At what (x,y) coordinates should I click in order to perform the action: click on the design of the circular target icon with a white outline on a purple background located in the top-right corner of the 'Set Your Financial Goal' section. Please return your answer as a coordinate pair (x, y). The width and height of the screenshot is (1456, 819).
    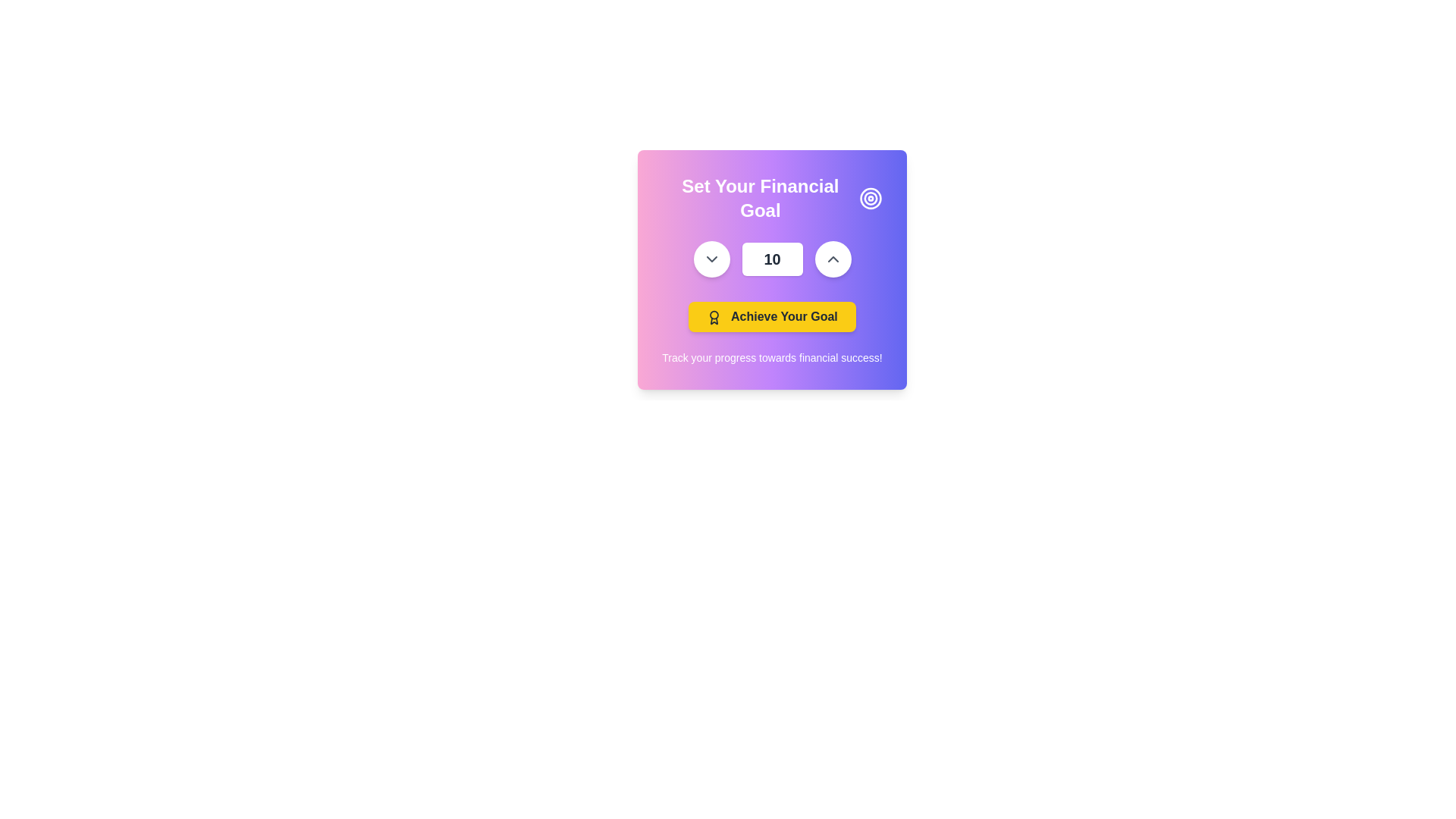
    Looking at the image, I should click on (871, 198).